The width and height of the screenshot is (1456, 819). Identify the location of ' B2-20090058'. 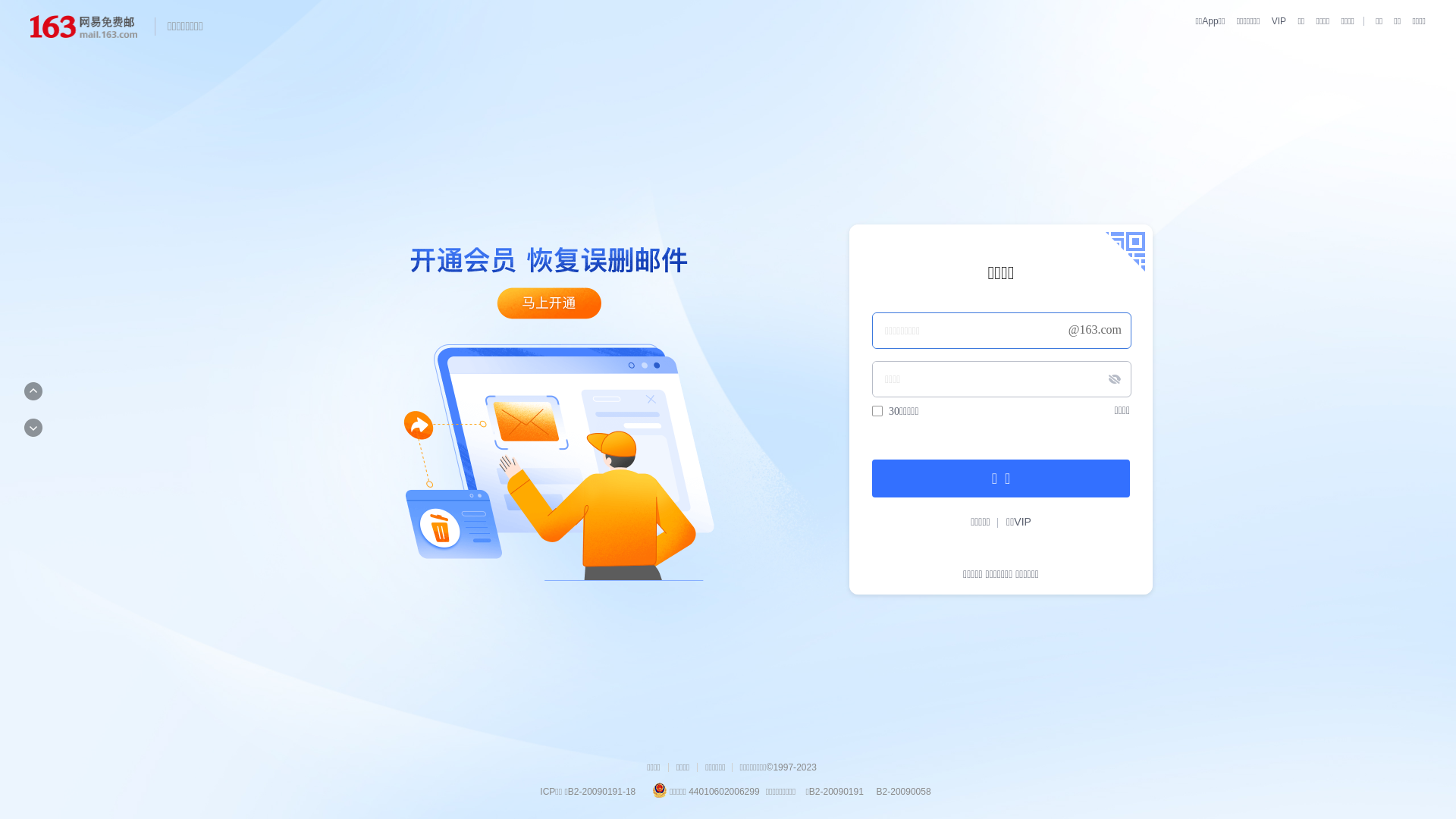
(902, 791).